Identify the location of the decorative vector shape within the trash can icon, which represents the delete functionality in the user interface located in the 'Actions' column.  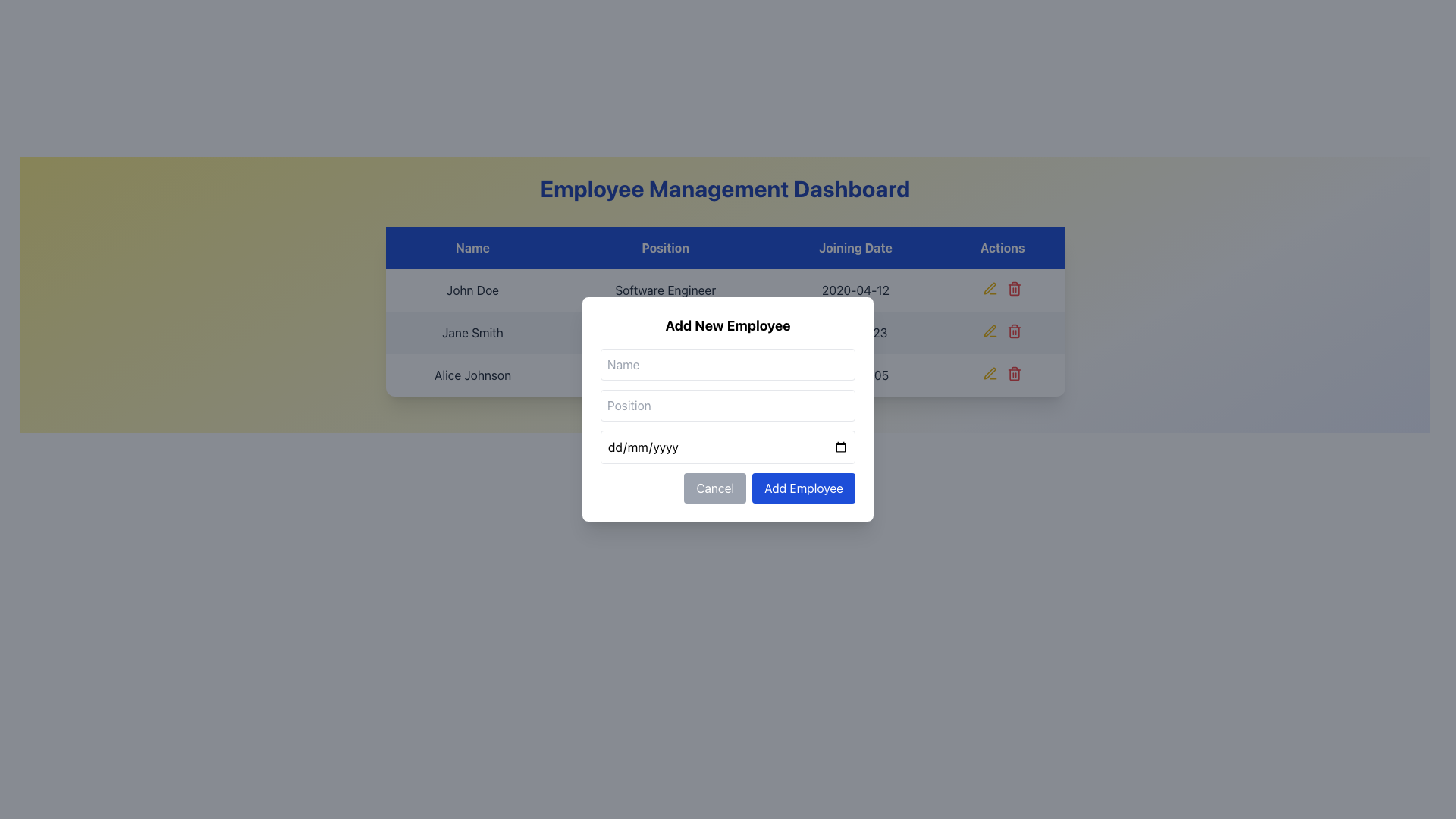
(1015, 331).